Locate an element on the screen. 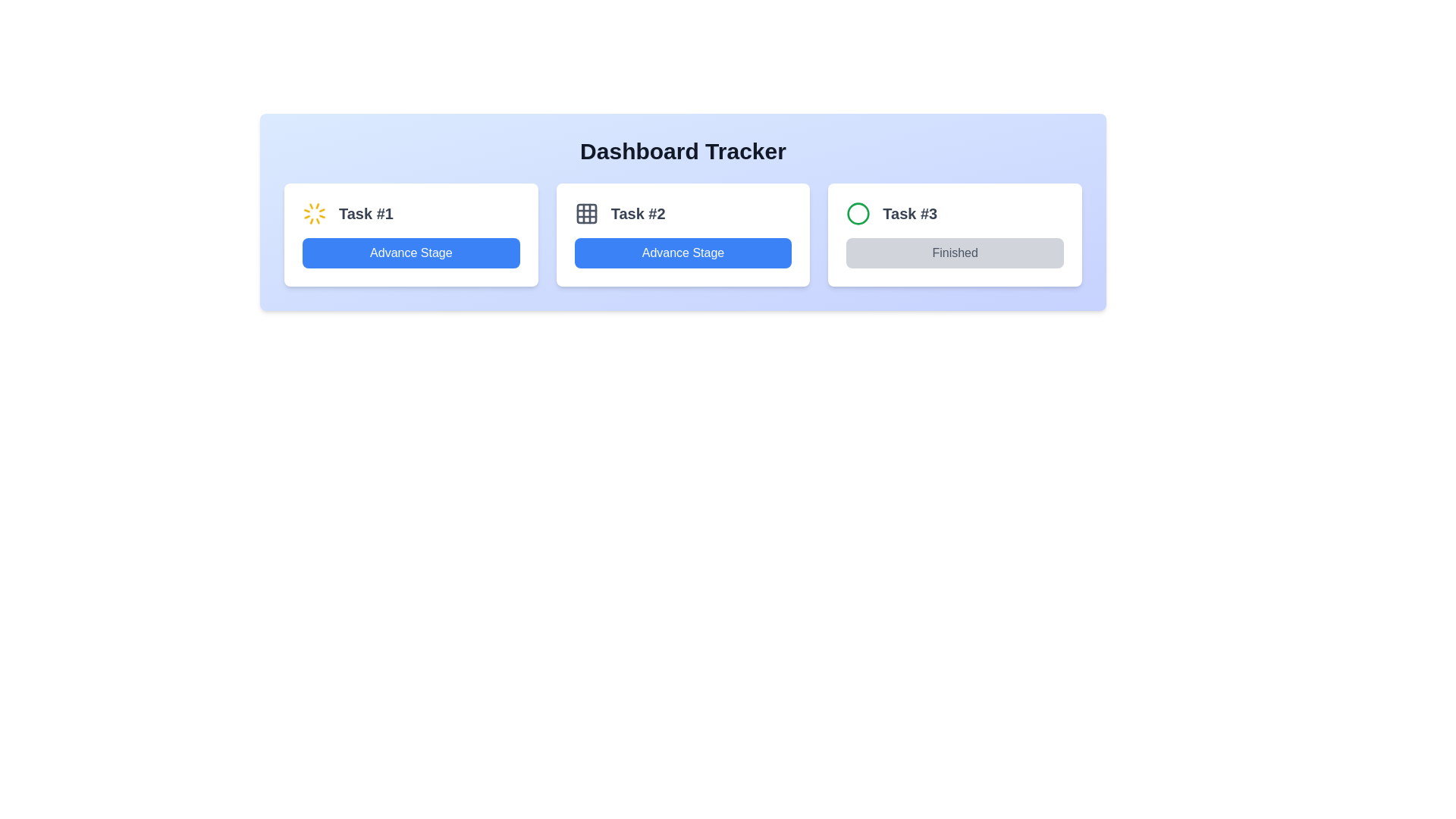 The height and width of the screenshot is (819, 1456). the top-left decorative square of the 3x3 grid icon associated with Task #2 card, which is the second task card displayed at the top of the interface is located at coordinates (585, 213).